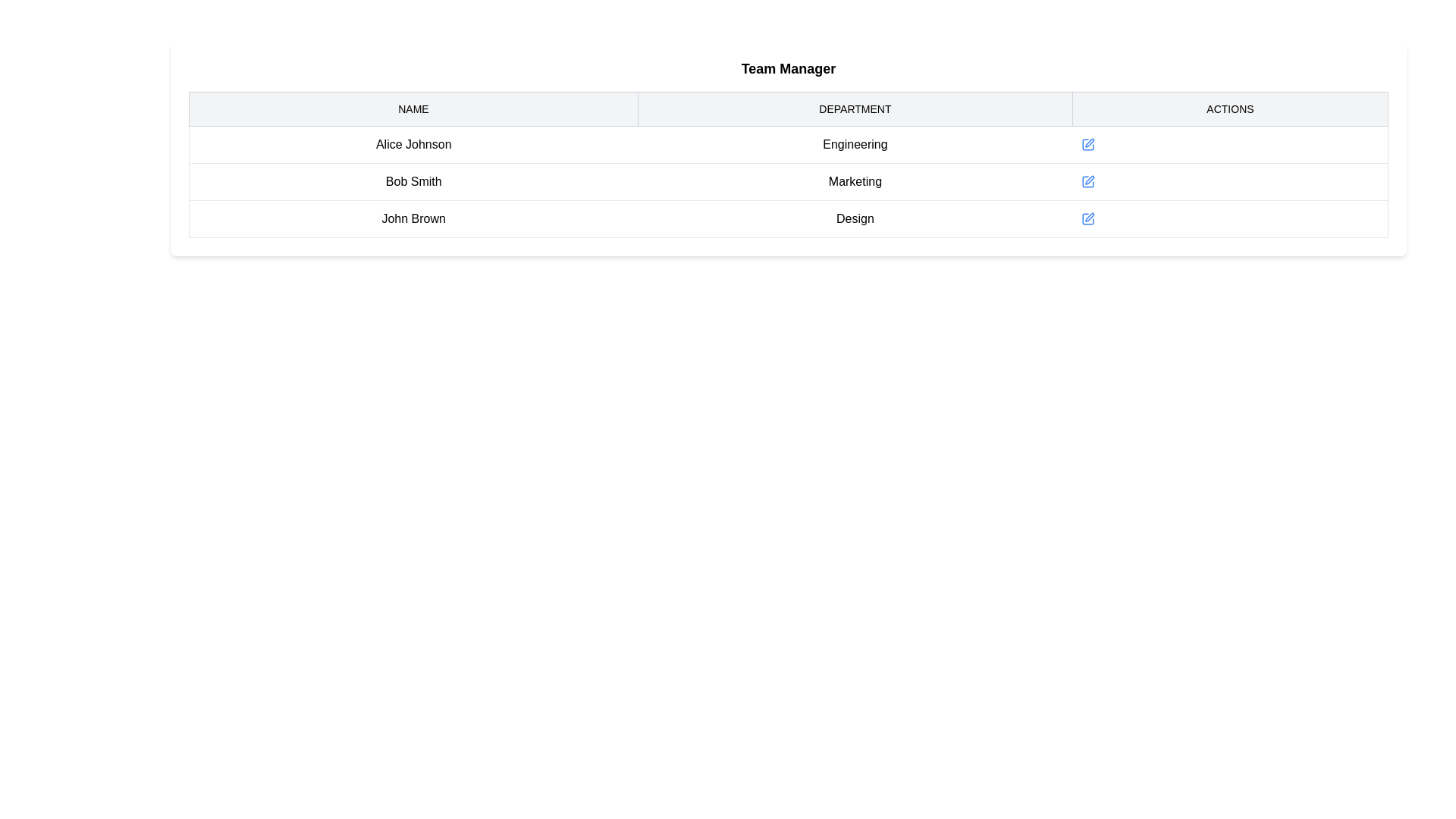 This screenshot has height=819, width=1456. Describe the element at coordinates (855, 108) in the screenshot. I see `the Table Header element displaying 'DEPARTMENT', which is the second column header in the table, located between 'Name' and 'Actions'` at that location.